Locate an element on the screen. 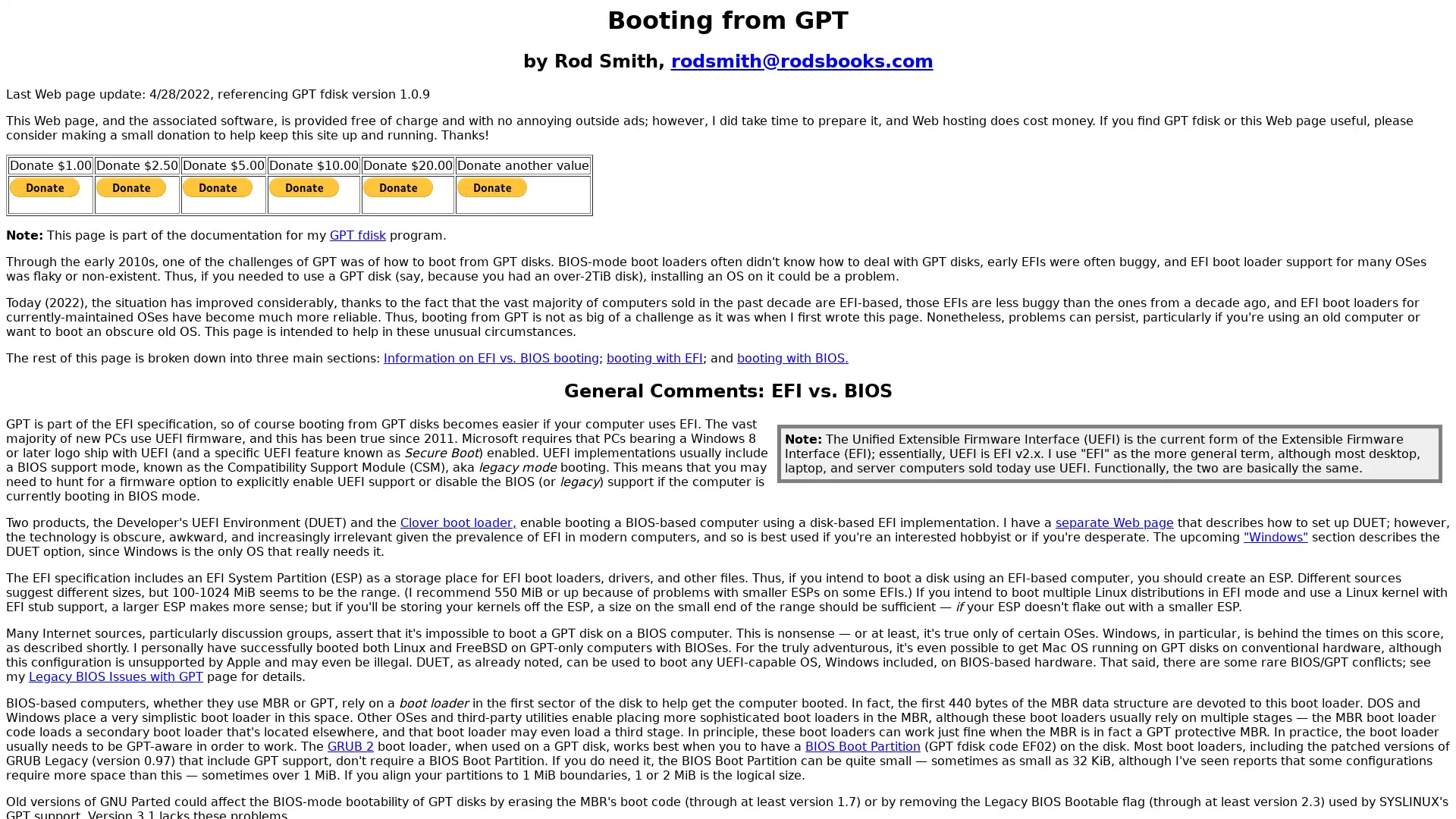 The width and height of the screenshot is (1456, 819). PayPal - The safer, easier way to pay online! is located at coordinates (217, 186).